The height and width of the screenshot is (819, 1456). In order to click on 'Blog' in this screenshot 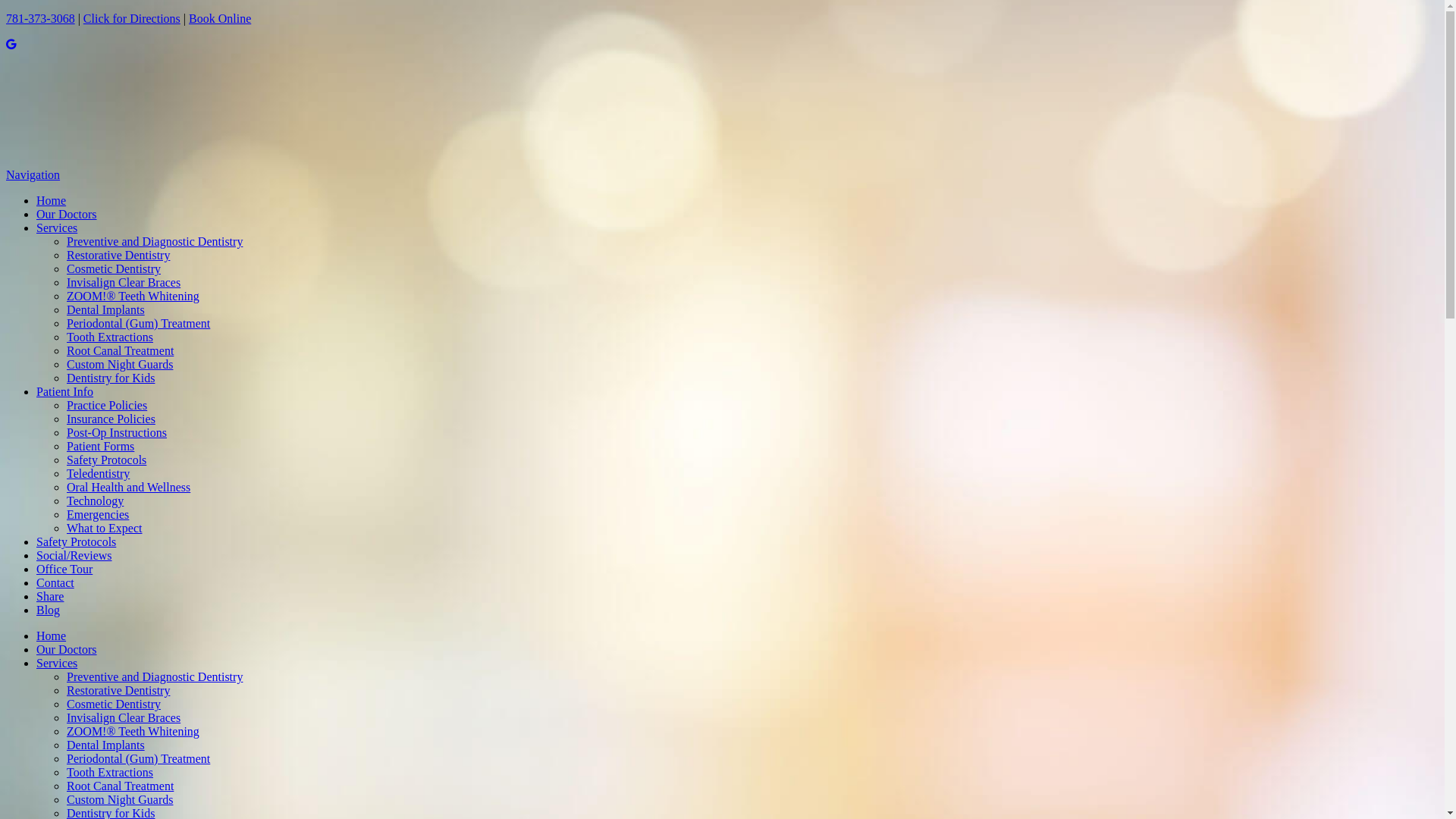, I will do `click(48, 609)`.